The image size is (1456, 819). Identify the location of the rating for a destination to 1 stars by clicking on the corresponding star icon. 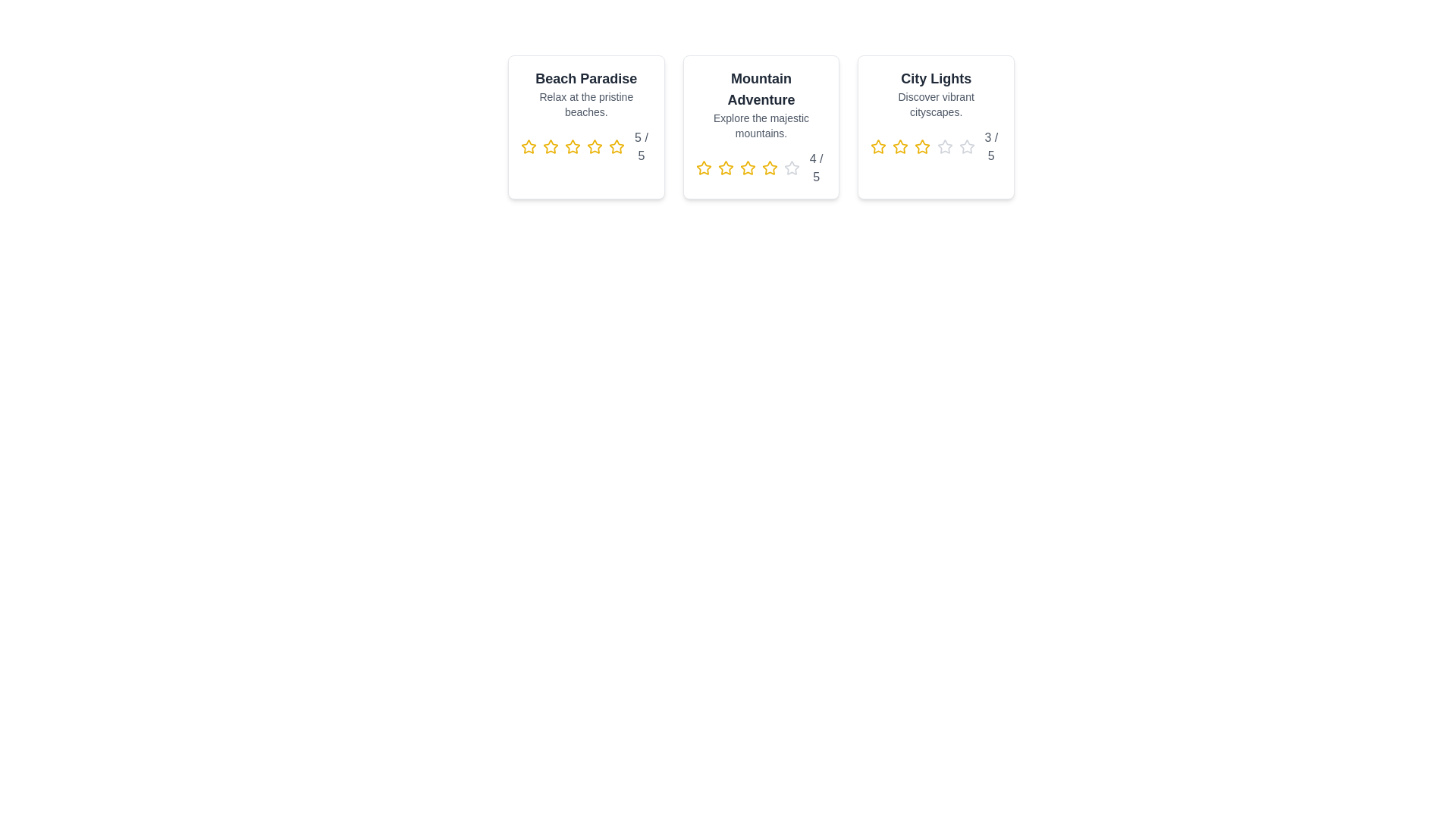
(529, 146).